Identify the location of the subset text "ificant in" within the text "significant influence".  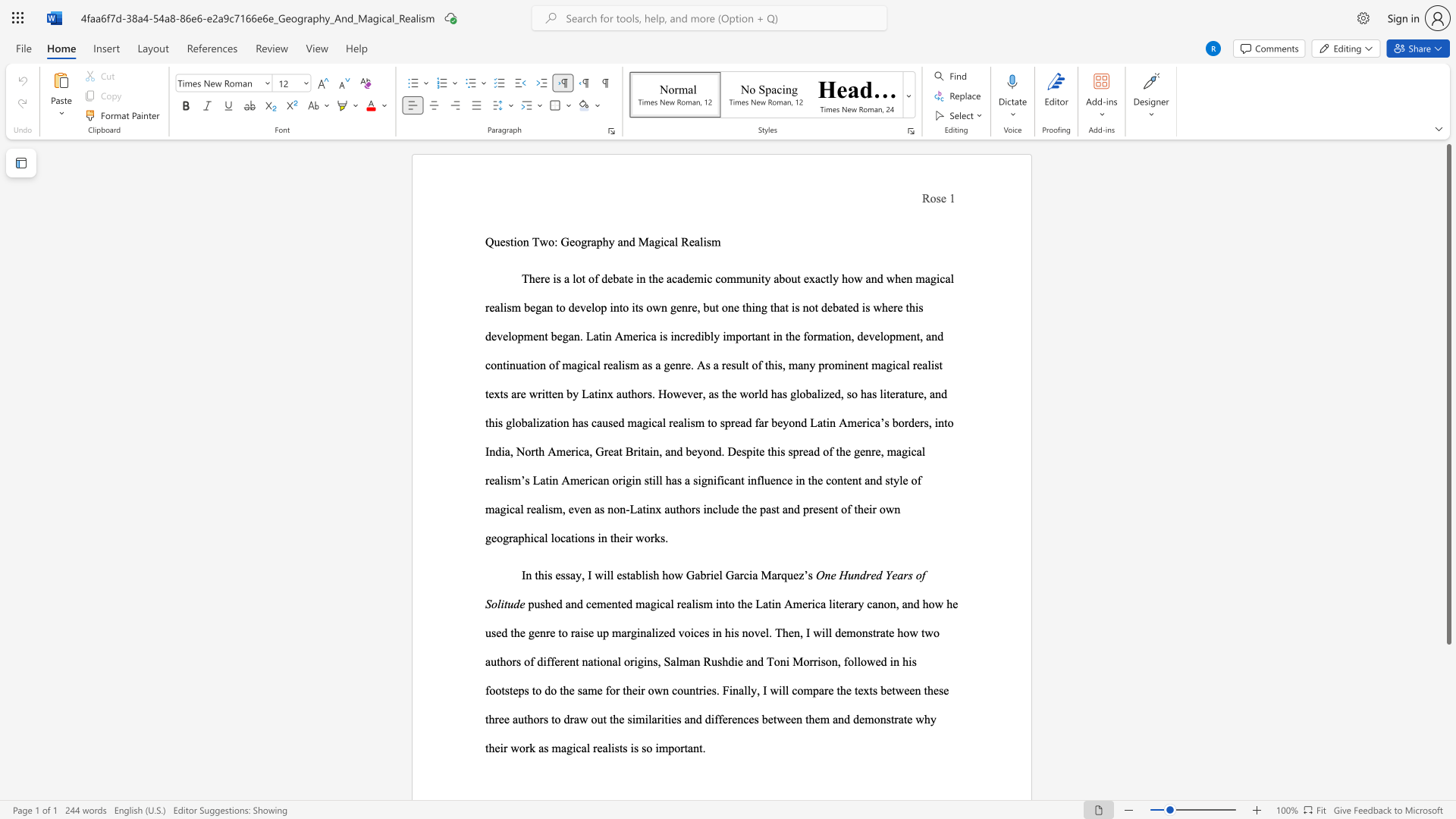
(712, 480).